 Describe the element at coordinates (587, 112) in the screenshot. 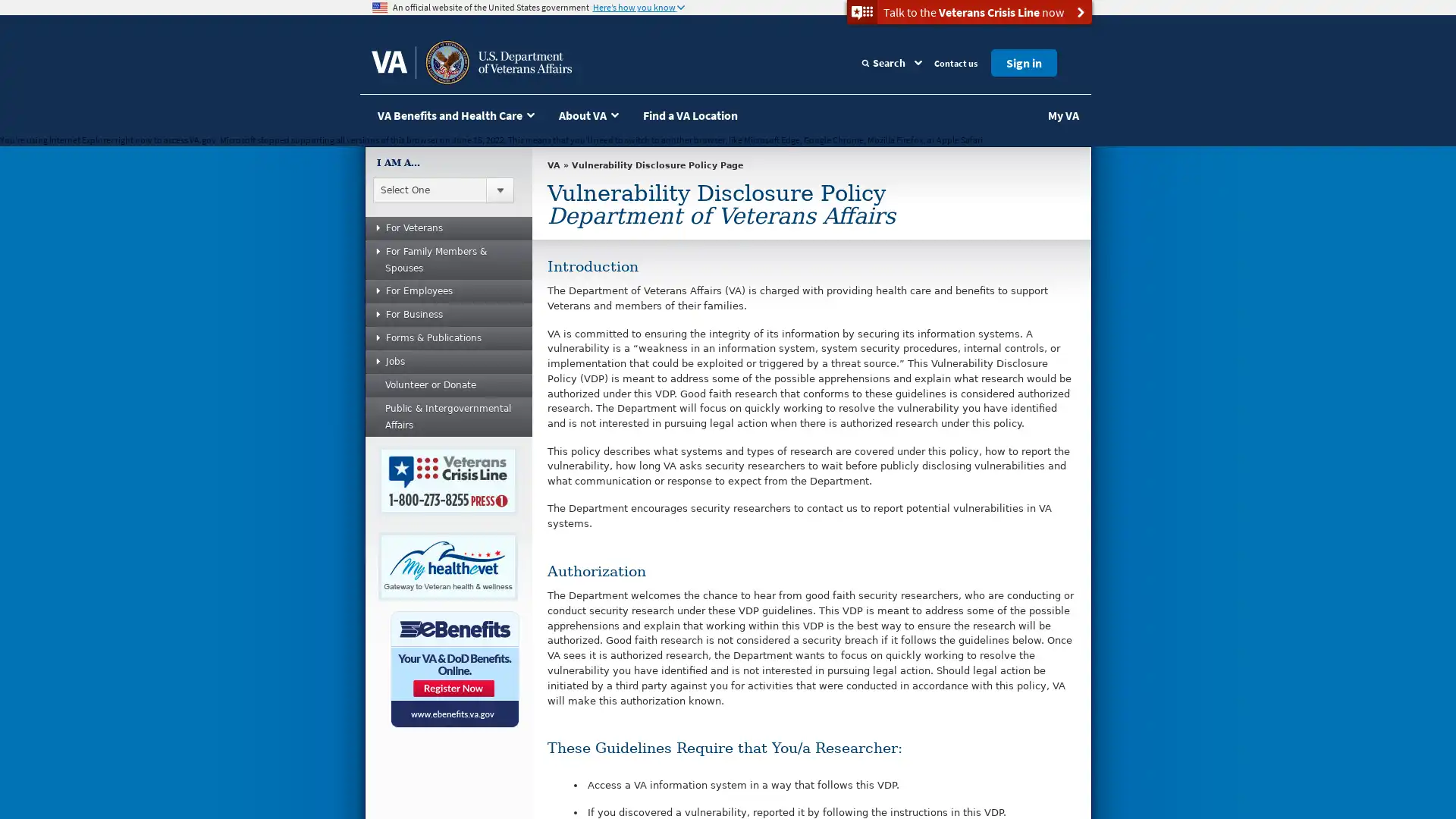

I see `About VA` at that location.